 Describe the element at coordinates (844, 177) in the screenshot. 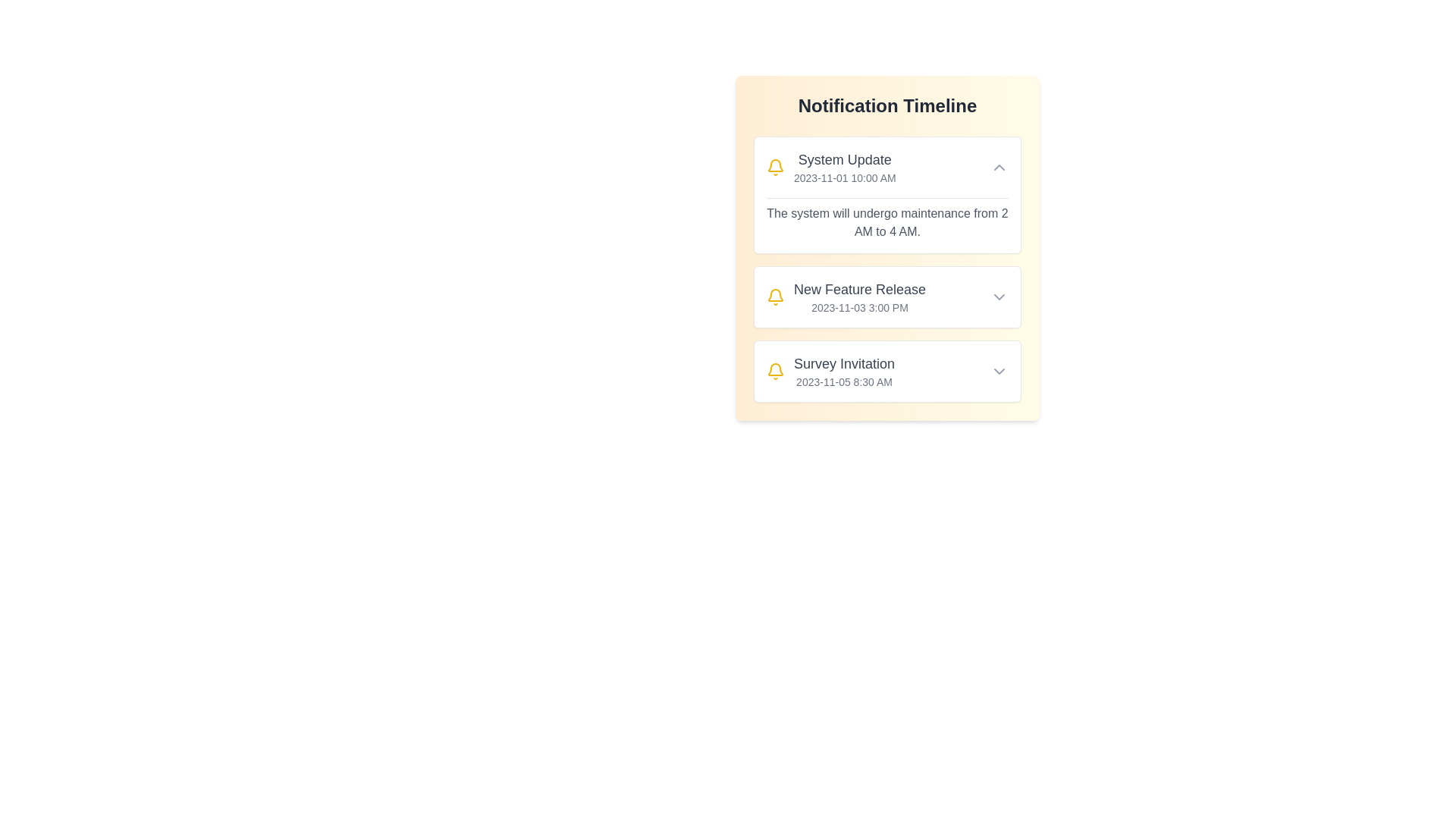

I see `the text label displaying '2023-11-01 10:00 AM' located directly below the heading 'System Update' in the top notification card` at that location.